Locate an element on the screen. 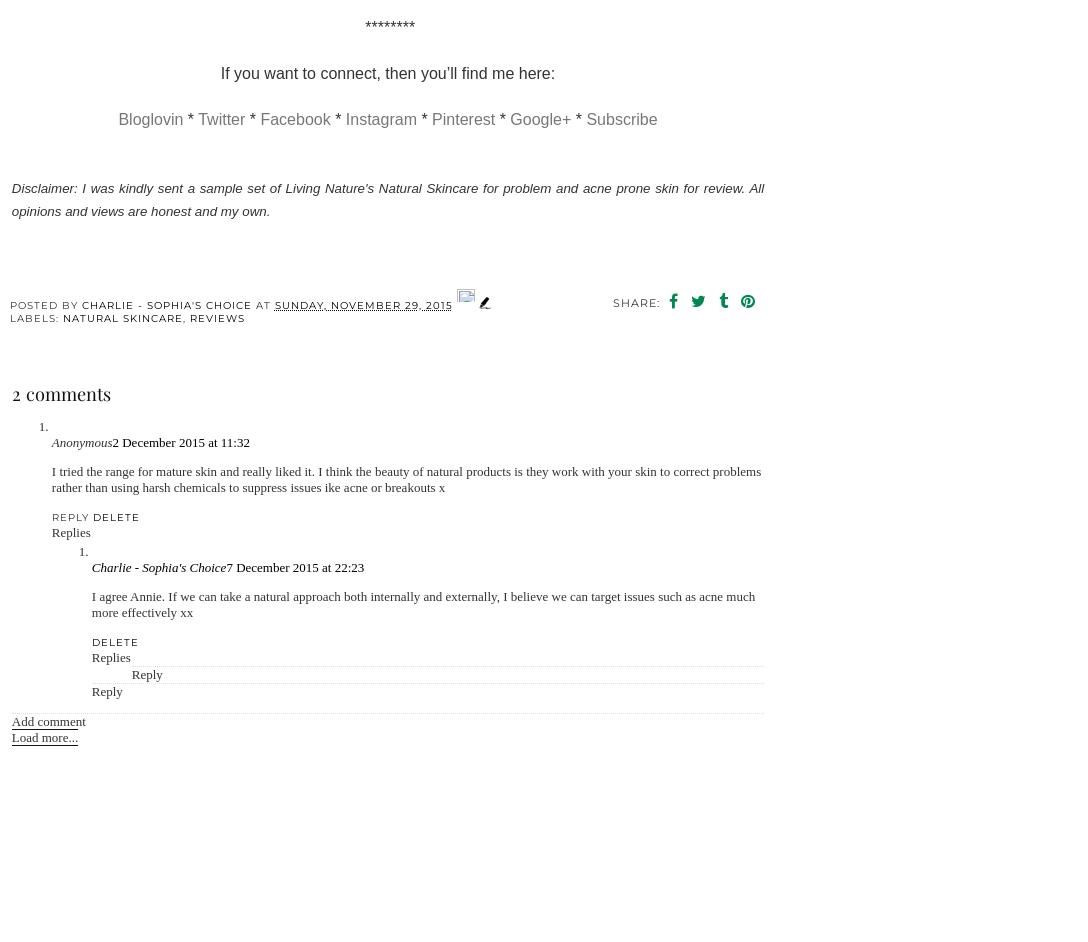 This screenshot has width=1088, height=942. 'Reviews' is located at coordinates (215, 317).